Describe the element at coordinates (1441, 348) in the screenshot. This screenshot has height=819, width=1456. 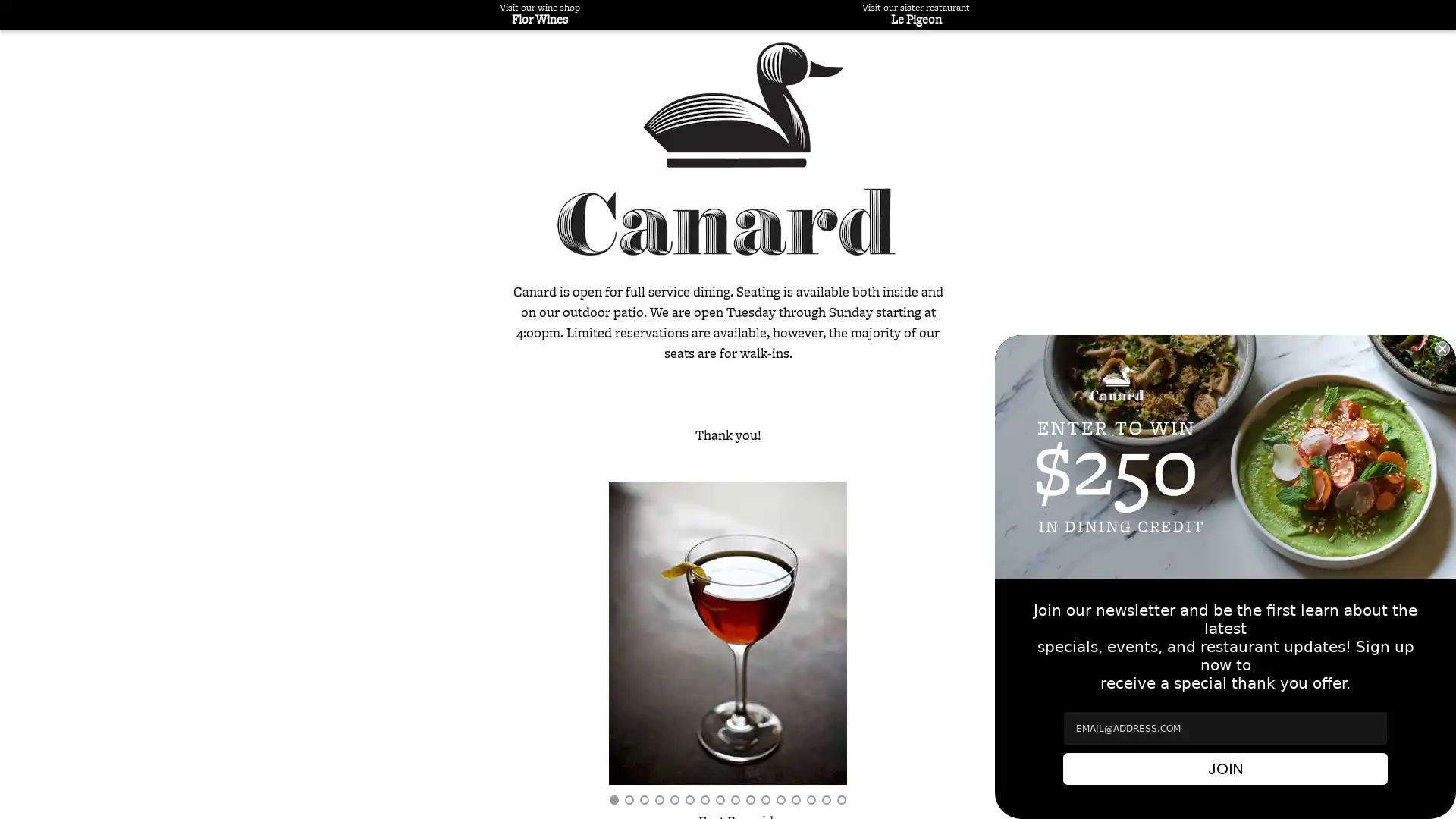
I see `Close form` at that location.